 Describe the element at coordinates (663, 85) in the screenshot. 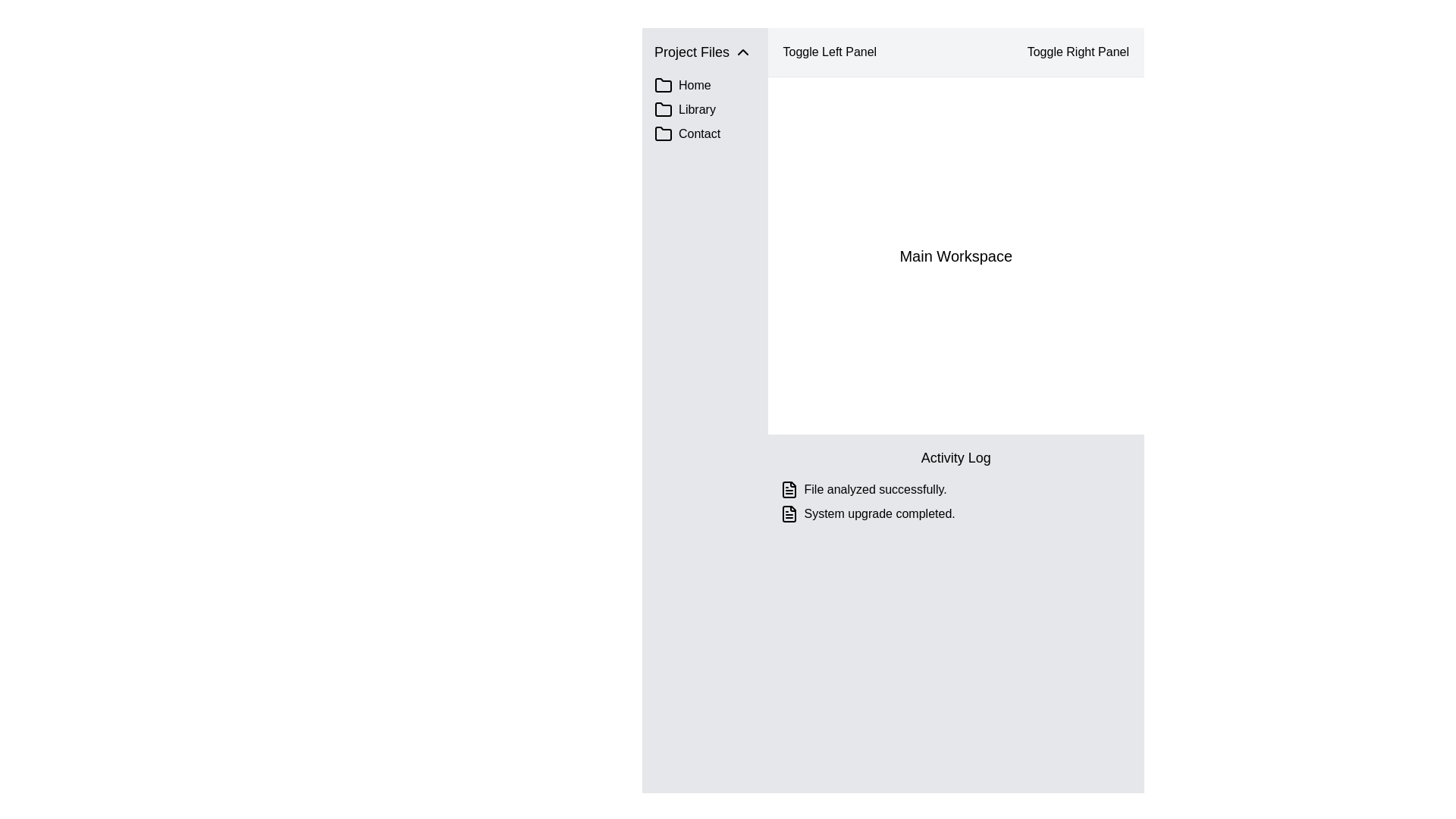

I see `the folder icon in the sidebar menu, which is the first visual component under the 'Project Files' header labeled 'Home'` at that location.